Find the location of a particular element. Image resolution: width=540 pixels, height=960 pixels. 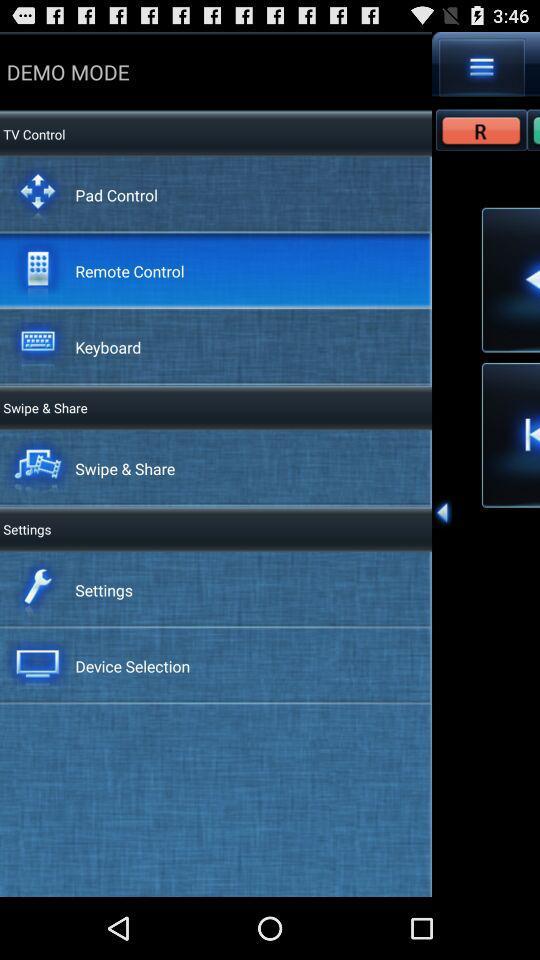

the pad control icon is located at coordinates (116, 194).